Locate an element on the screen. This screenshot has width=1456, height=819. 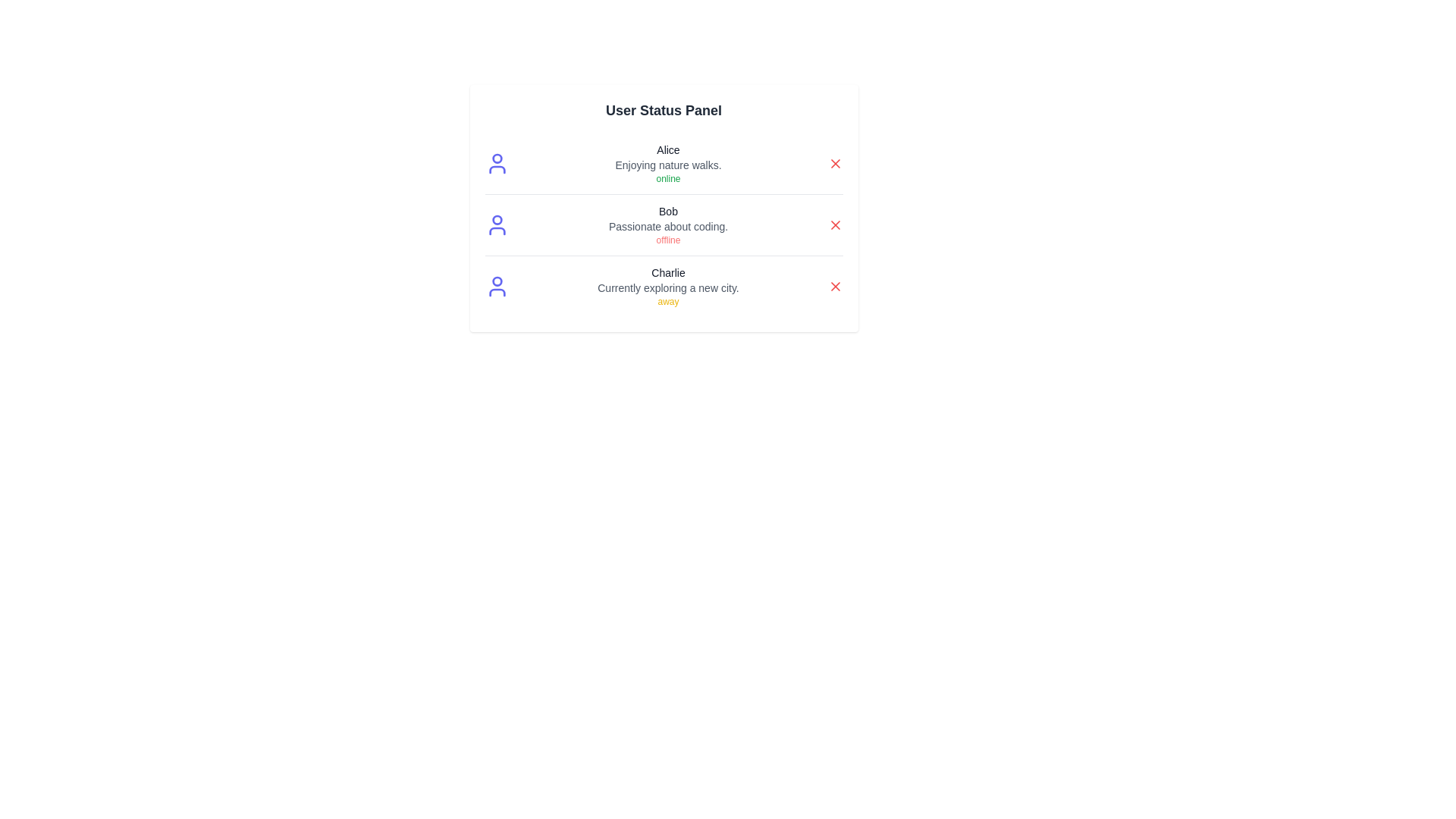
the red 'X' icon button located at the far-right side of Charlie's status in the user status panel to observe styling changes indicating interactivity is located at coordinates (834, 287).